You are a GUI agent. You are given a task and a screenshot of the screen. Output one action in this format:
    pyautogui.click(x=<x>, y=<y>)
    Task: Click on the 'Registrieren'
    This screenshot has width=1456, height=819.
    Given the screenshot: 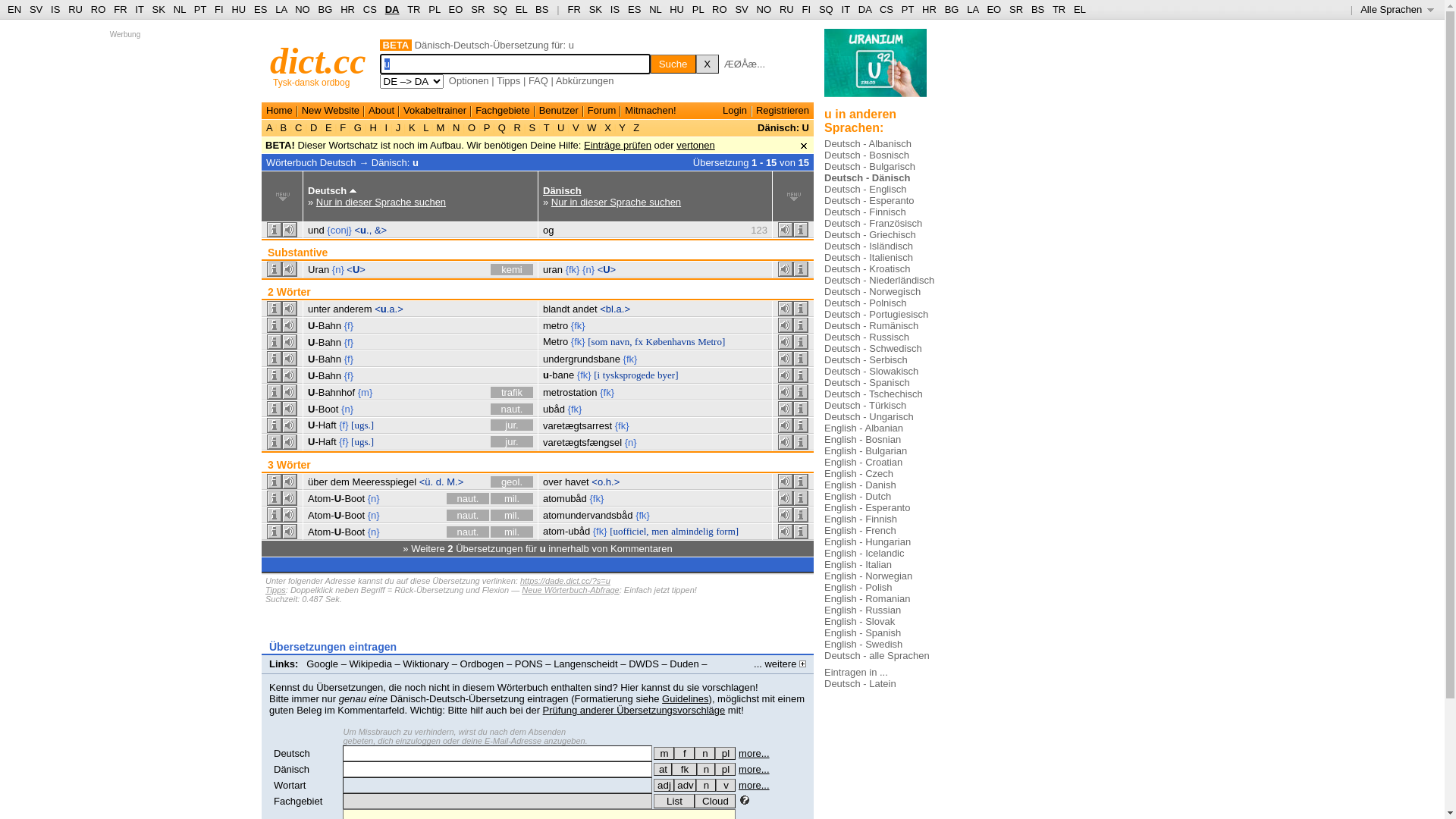 What is the action you would take?
    pyautogui.click(x=756, y=109)
    